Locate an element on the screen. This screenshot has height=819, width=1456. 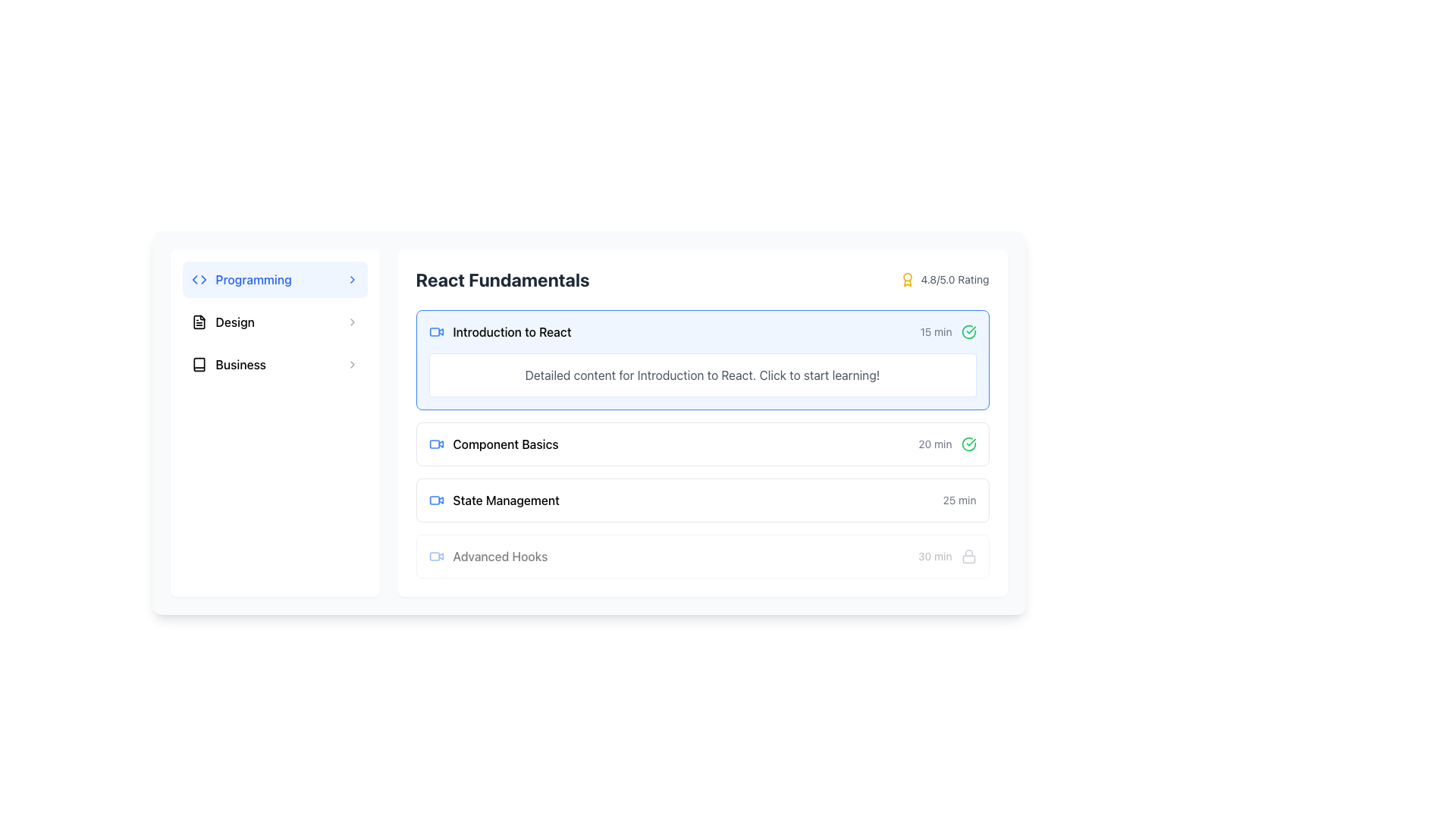
the list item titled 'Component Basics' in the 'React Fundamentals' section is located at coordinates (701, 444).